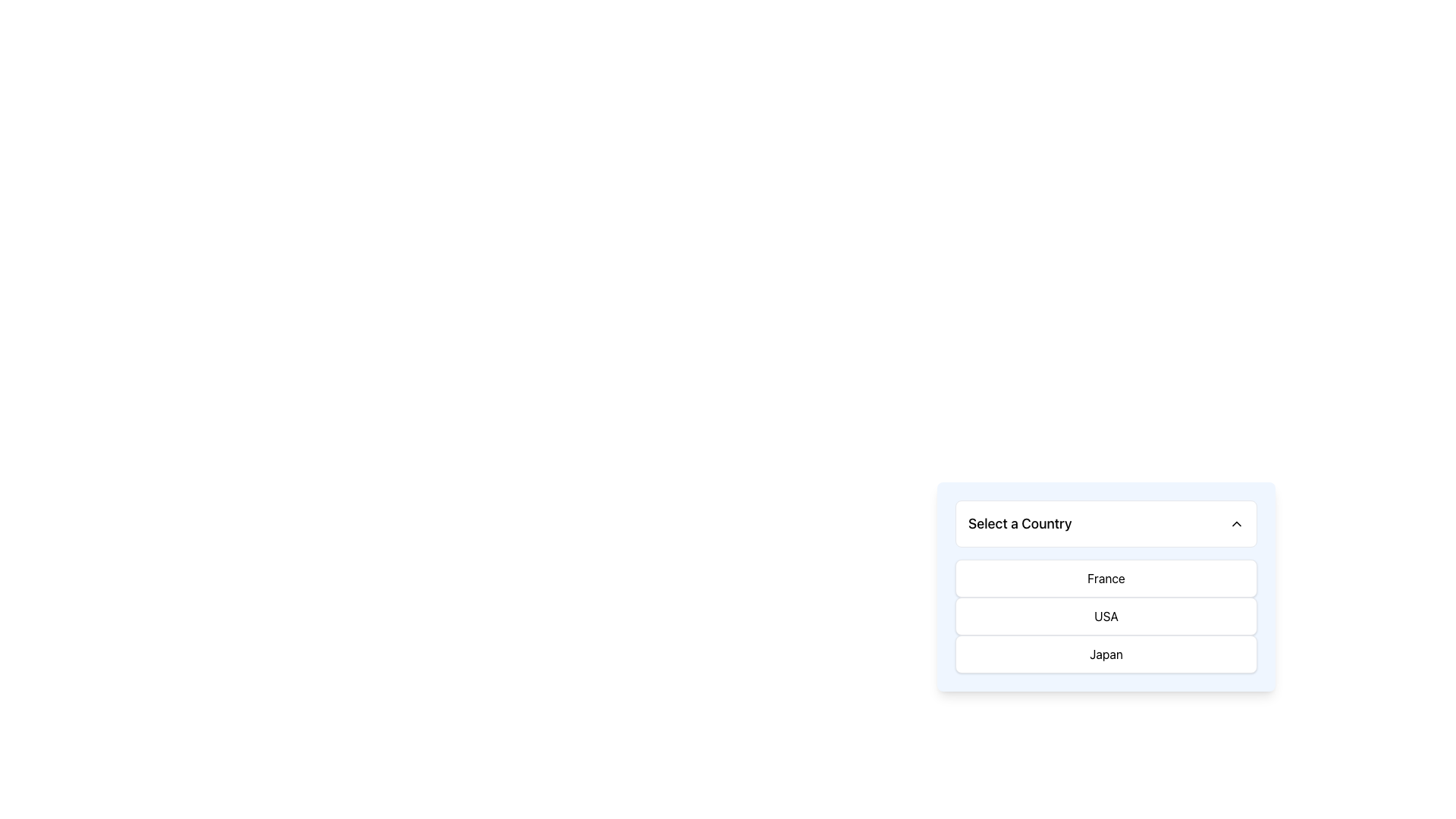 The height and width of the screenshot is (819, 1456). Describe the element at coordinates (1106, 654) in the screenshot. I see `the 'Japan' option text within the dropdown menu` at that location.